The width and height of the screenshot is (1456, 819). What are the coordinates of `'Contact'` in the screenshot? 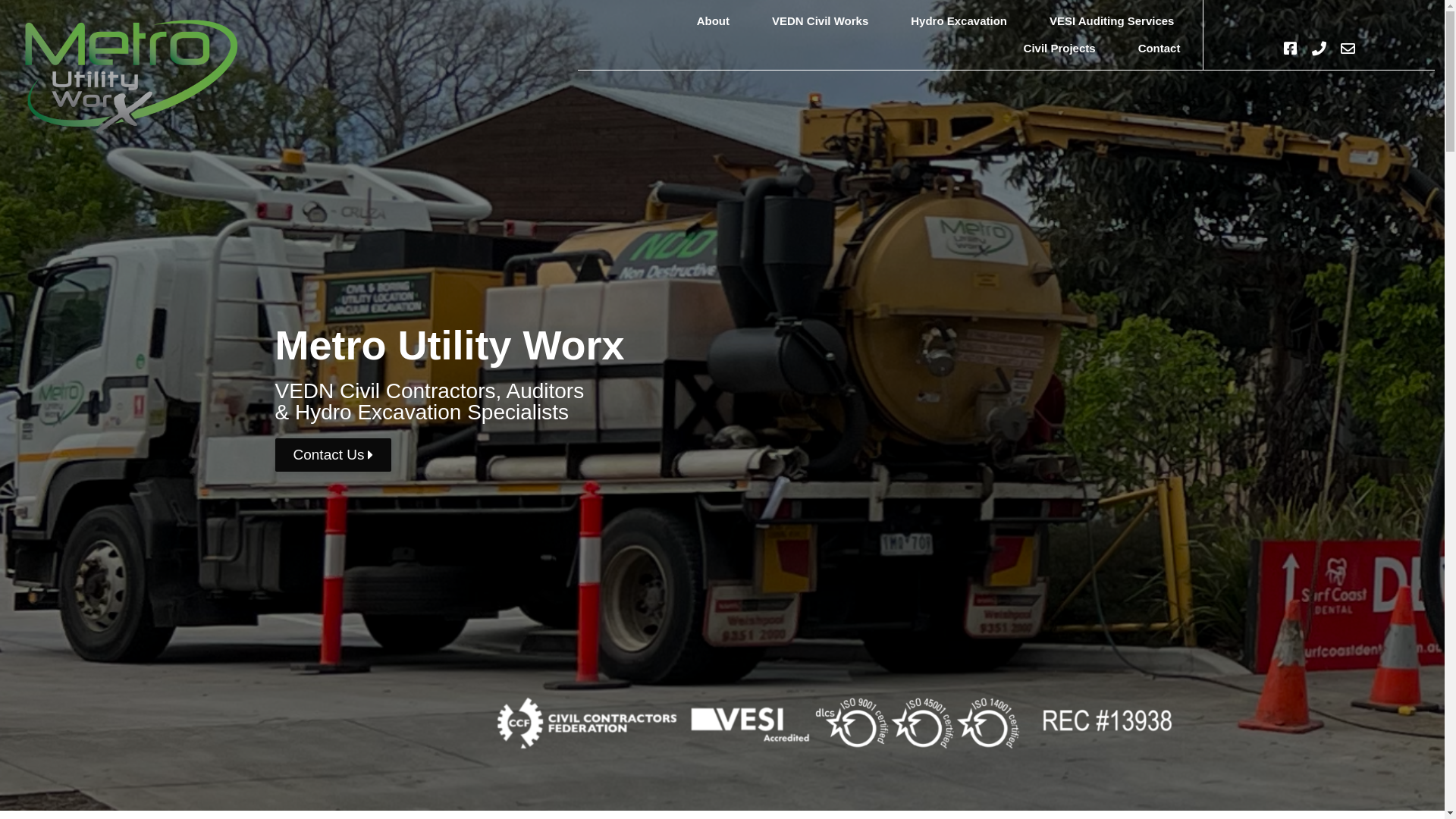 It's located at (1159, 48).